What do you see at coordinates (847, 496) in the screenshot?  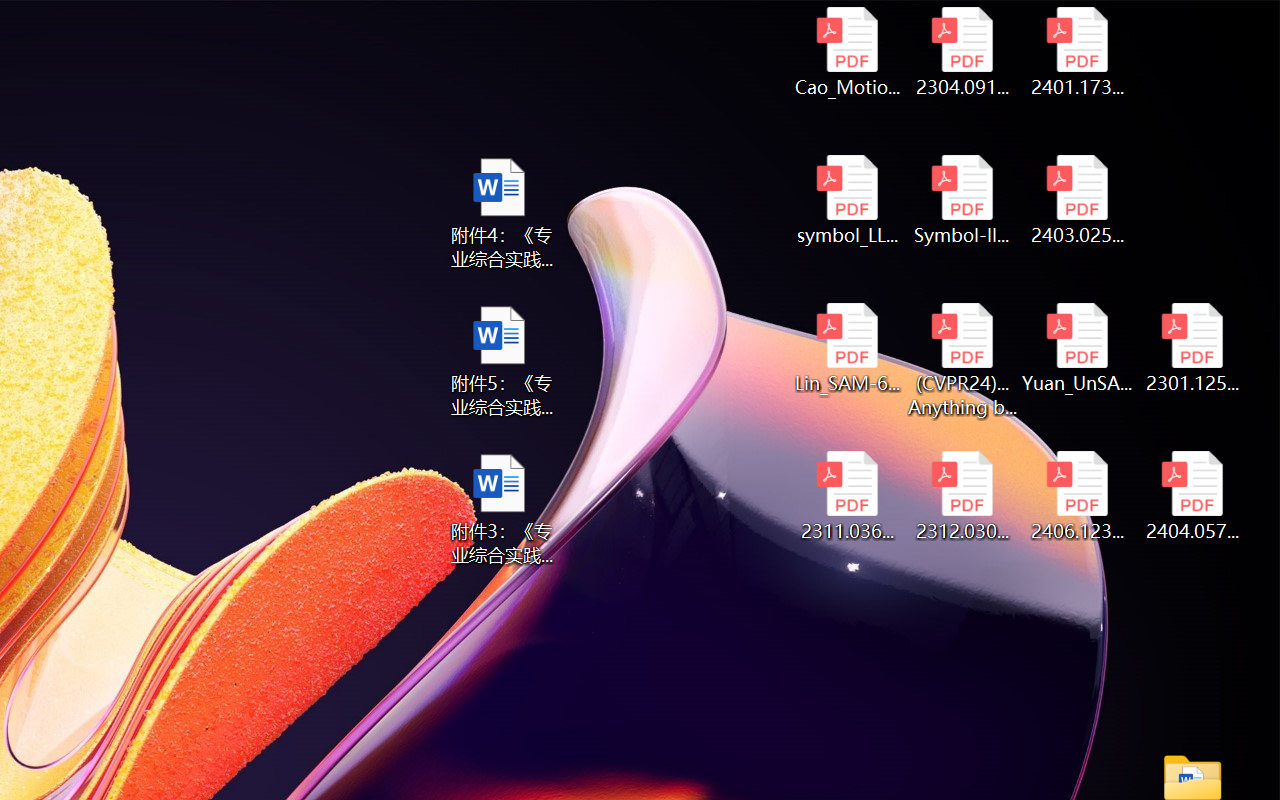 I see `'2311.03658v2.pdf'` at bounding box center [847, 496].